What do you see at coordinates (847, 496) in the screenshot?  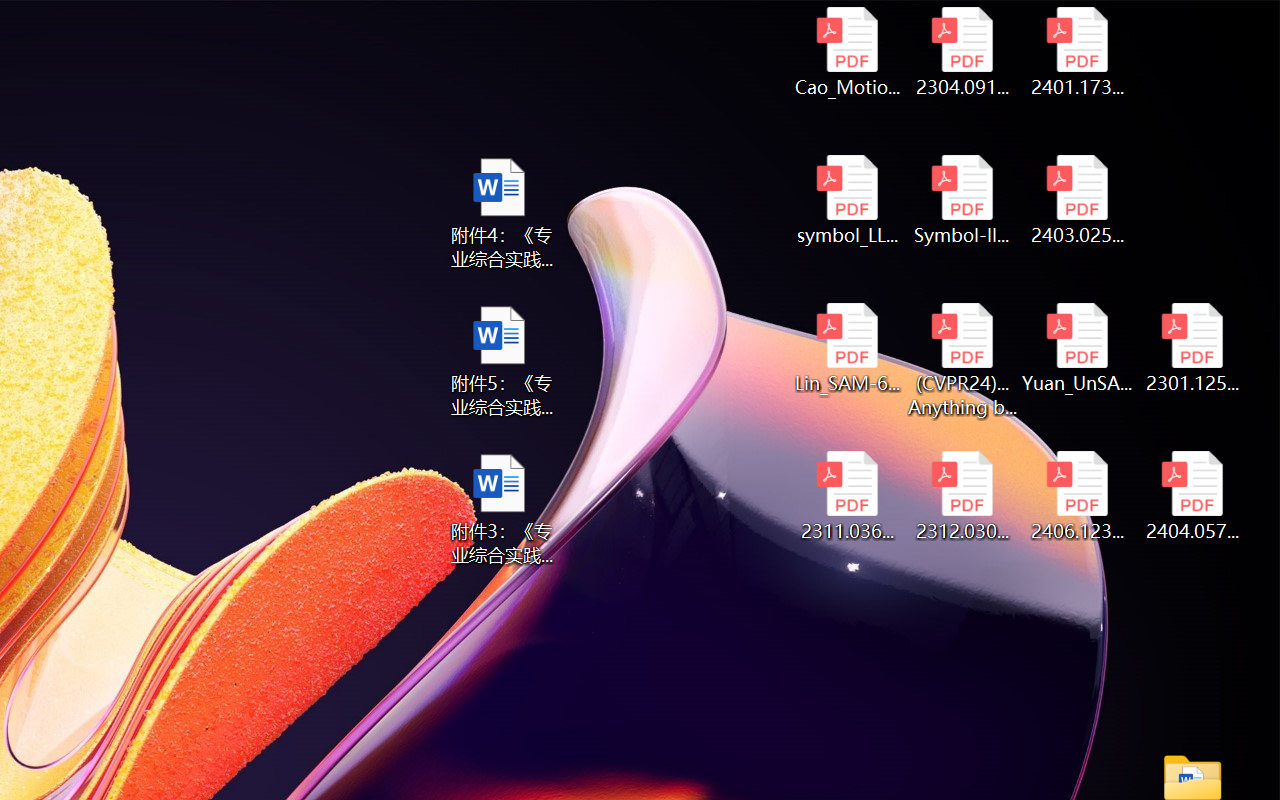 I see `'2311.03658v2.pdf'` at bounding box center [847, 496].